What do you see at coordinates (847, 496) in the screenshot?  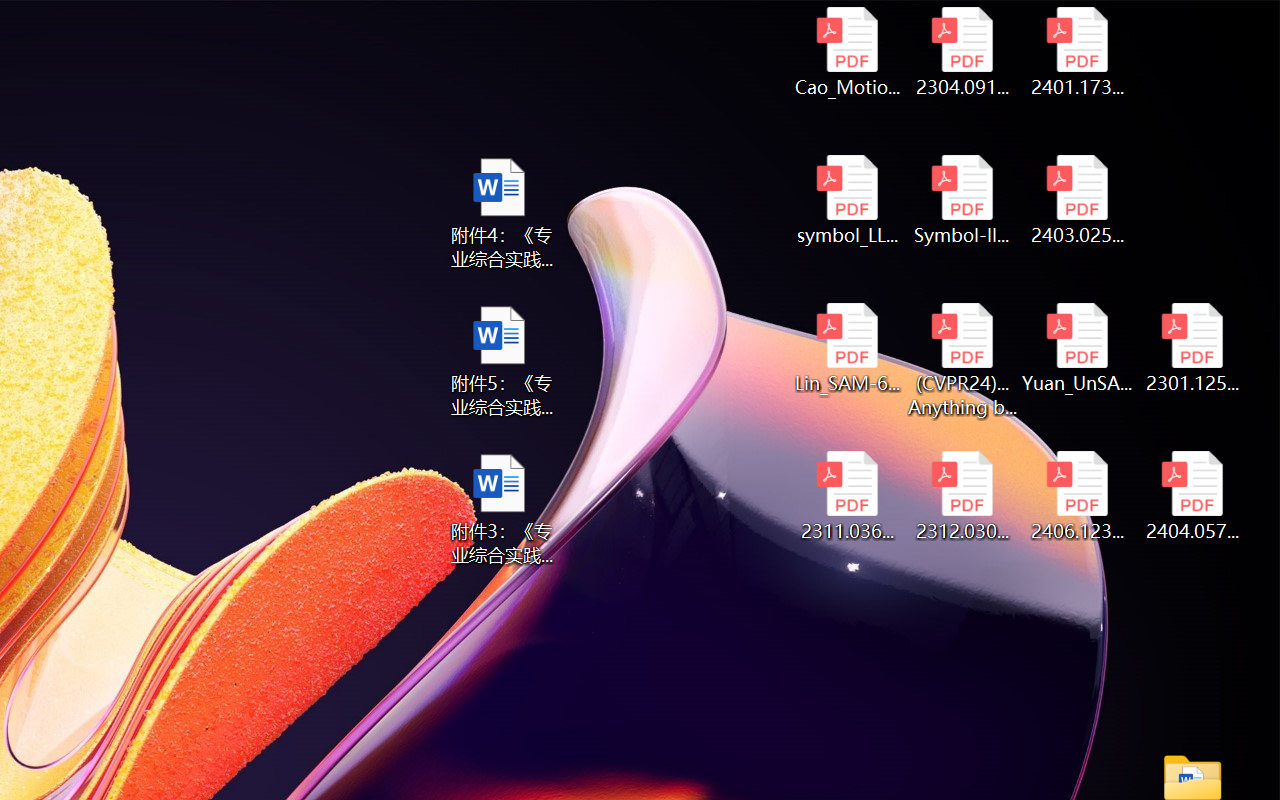 I see `'2311.03658v2.pdf'` at bounding box center [847, 496].